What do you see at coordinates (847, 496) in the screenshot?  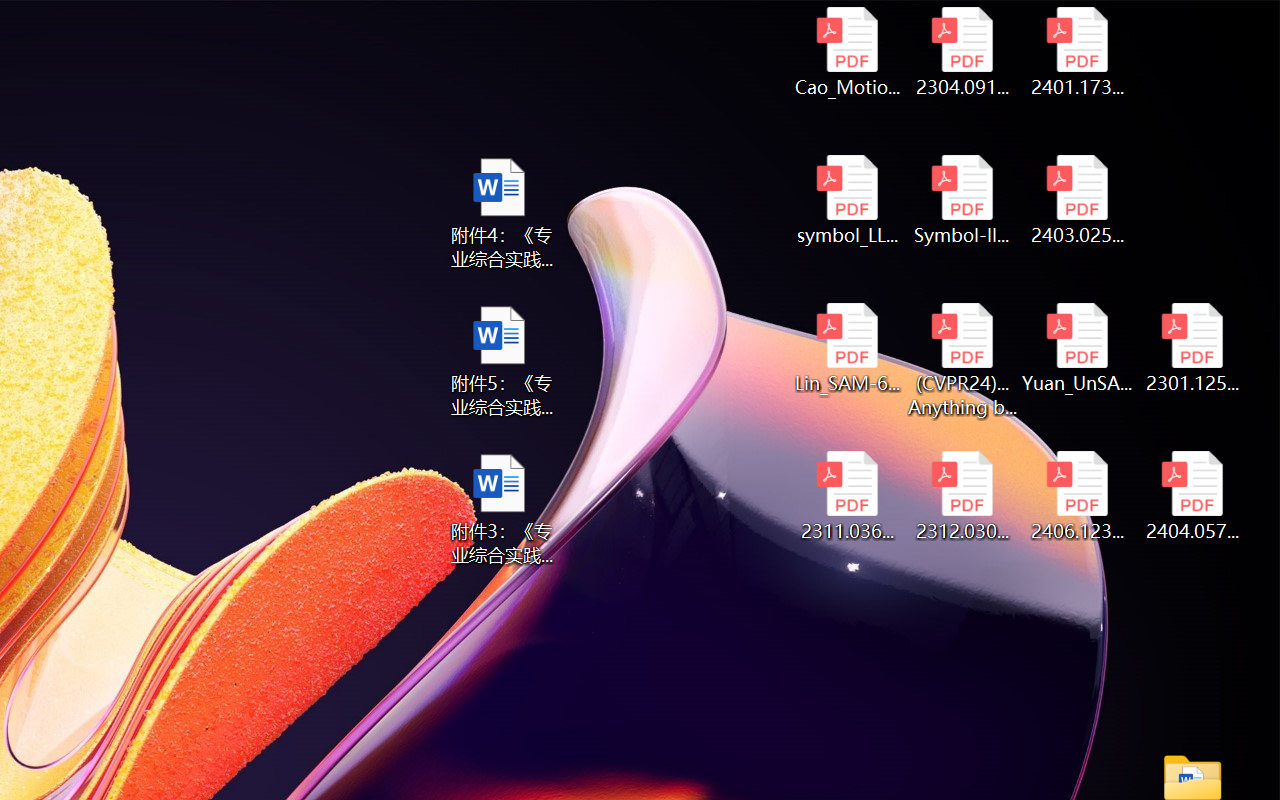 I see `'2311.03658v2.pdf'` at bounding box center [847, 496].